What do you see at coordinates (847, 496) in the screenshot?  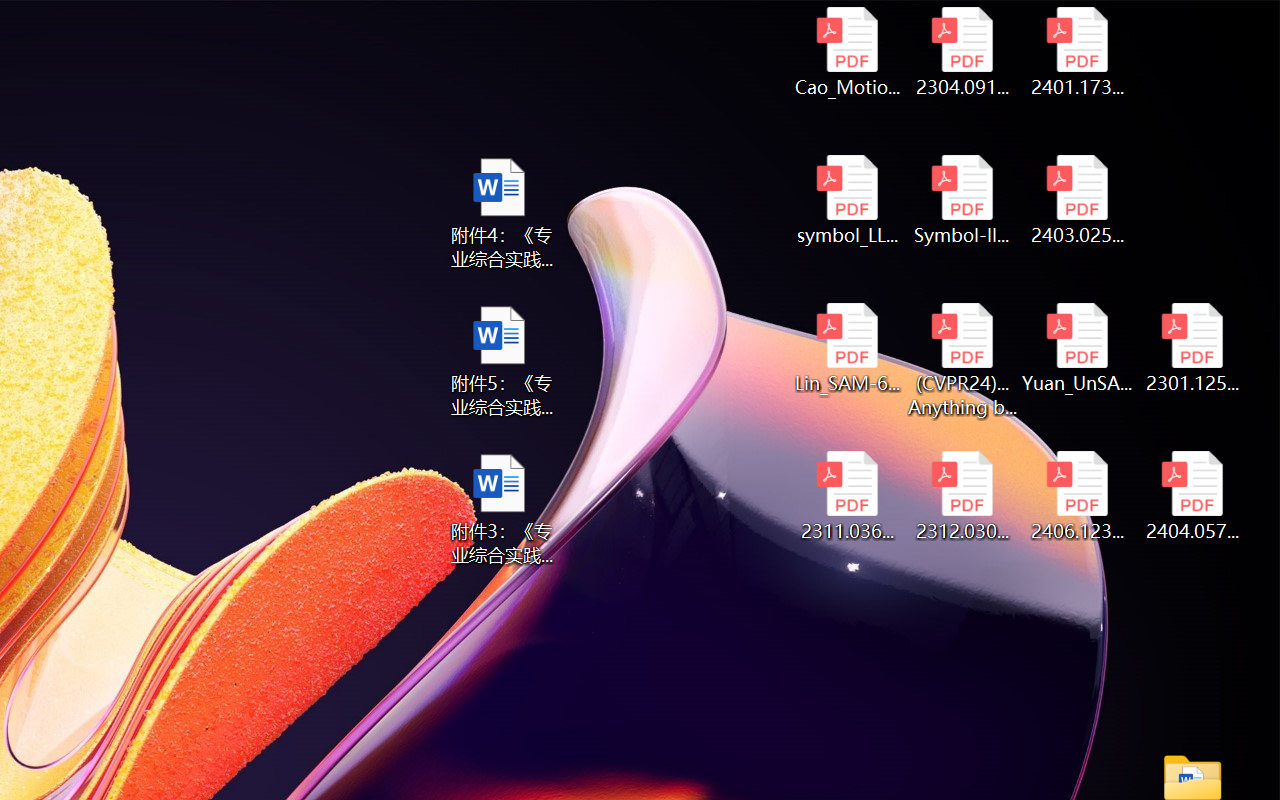 I see `'2311.03658v2.pdf'` at bounding box center [847, 496].